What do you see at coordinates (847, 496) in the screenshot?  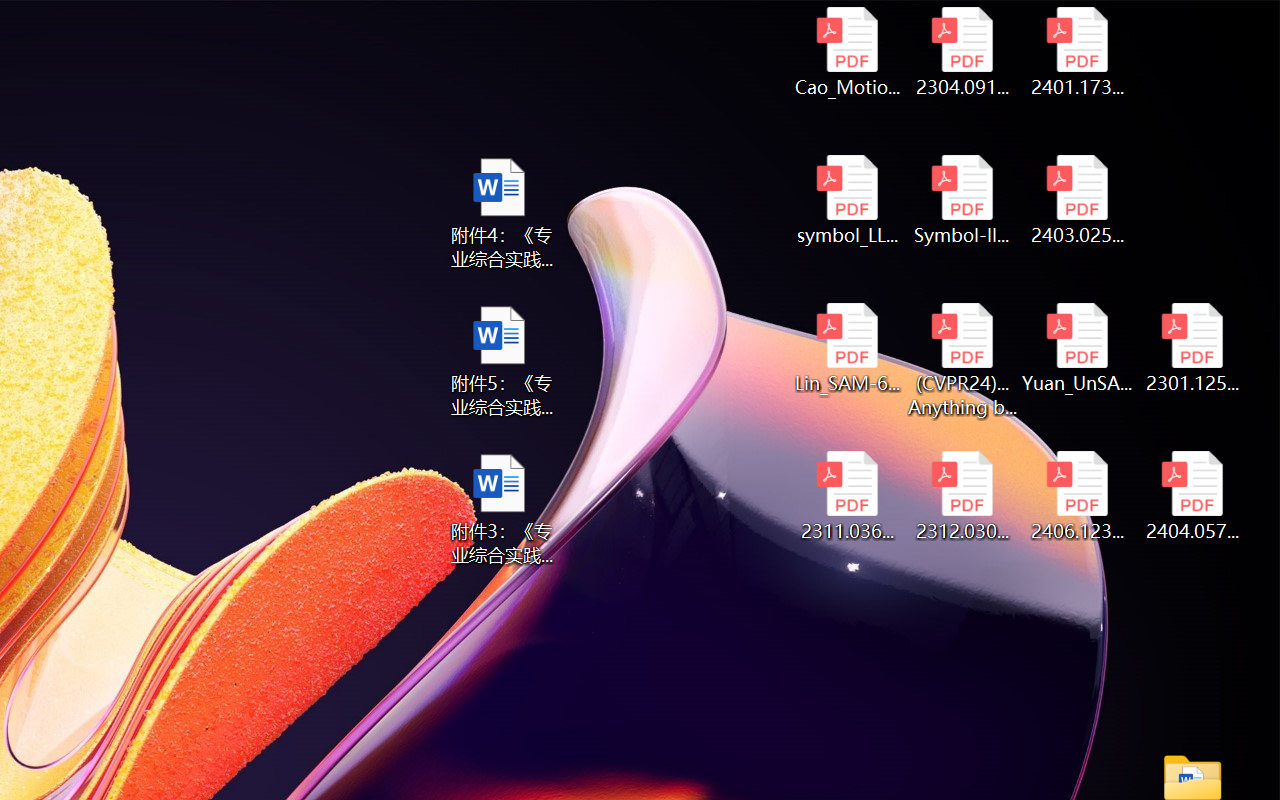 I see `'2311.03658v2.pdf'` at bounding box center [847, 496].